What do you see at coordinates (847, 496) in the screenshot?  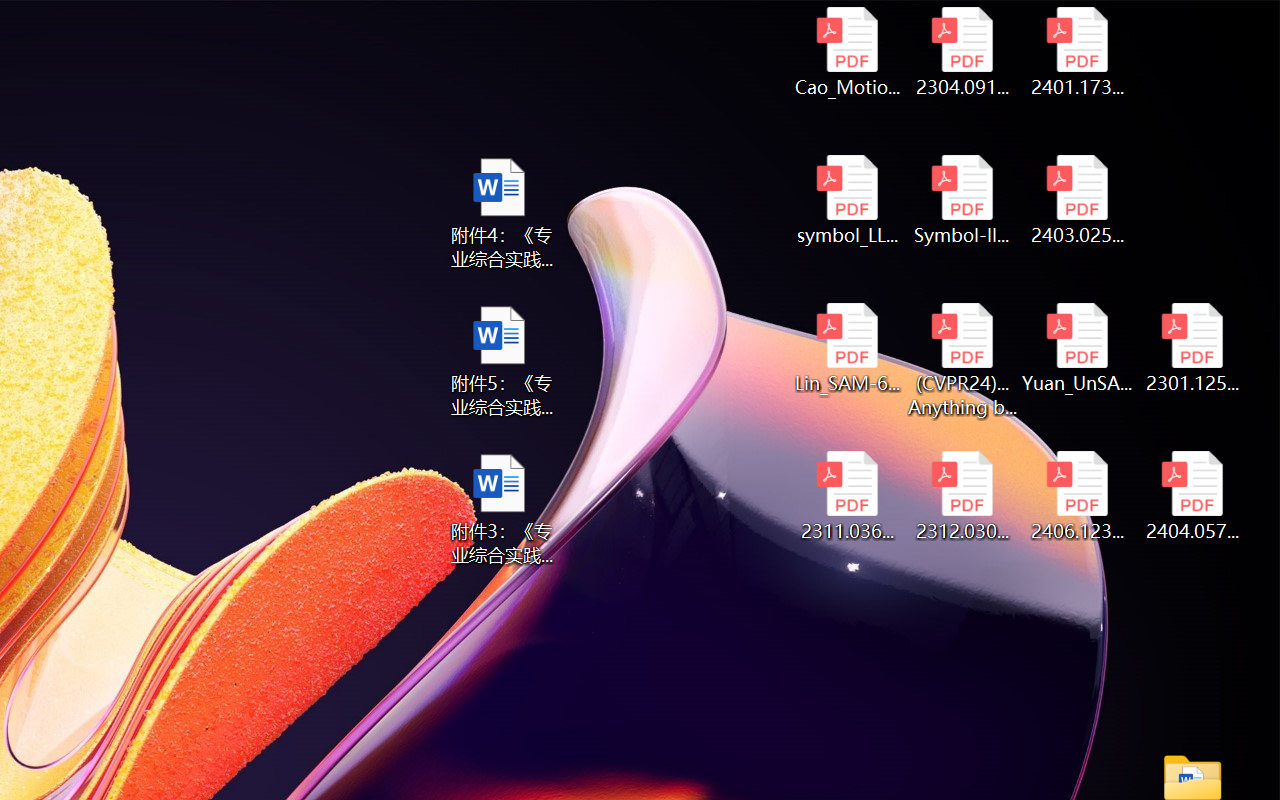 I see `'2311.03658v2.pdf'` at bounding box center [847, 496].